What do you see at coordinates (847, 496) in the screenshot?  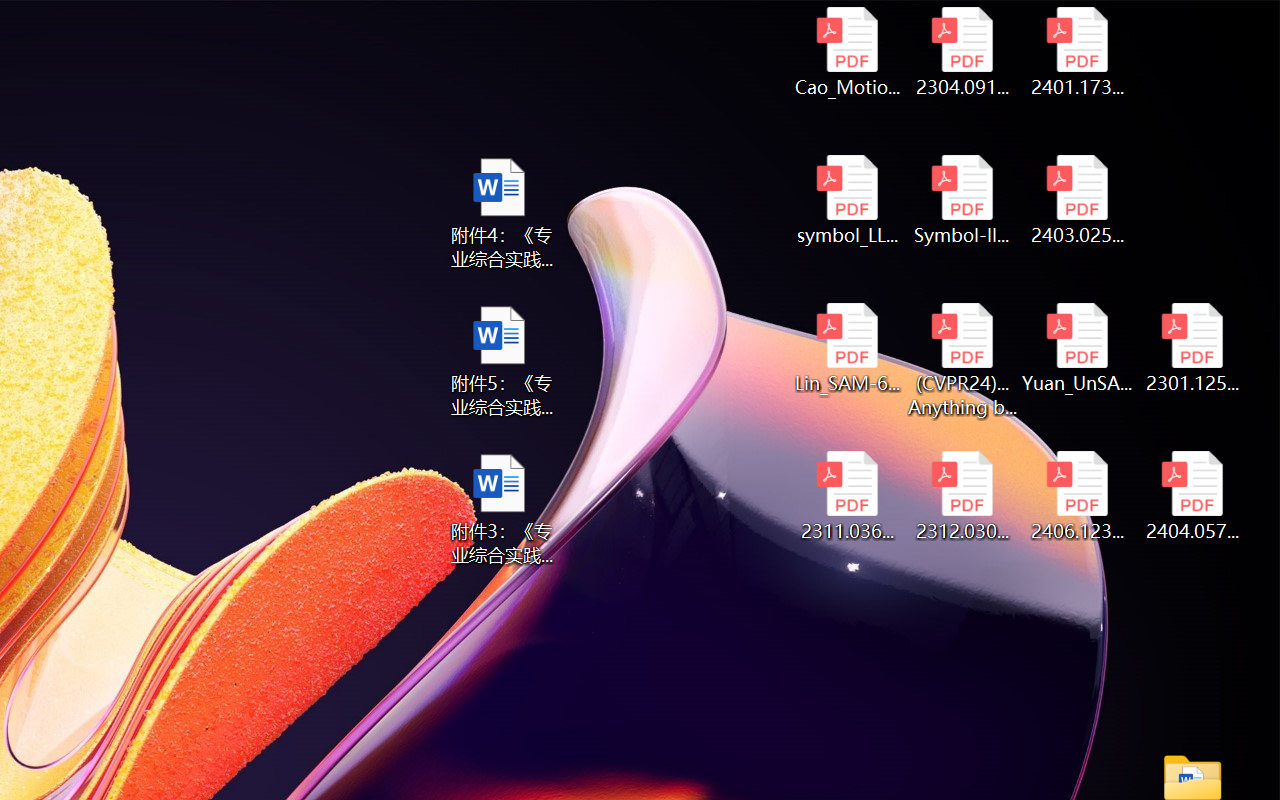 I see `'2311.03658v2.pdf'` at bounding box center [847, 496].